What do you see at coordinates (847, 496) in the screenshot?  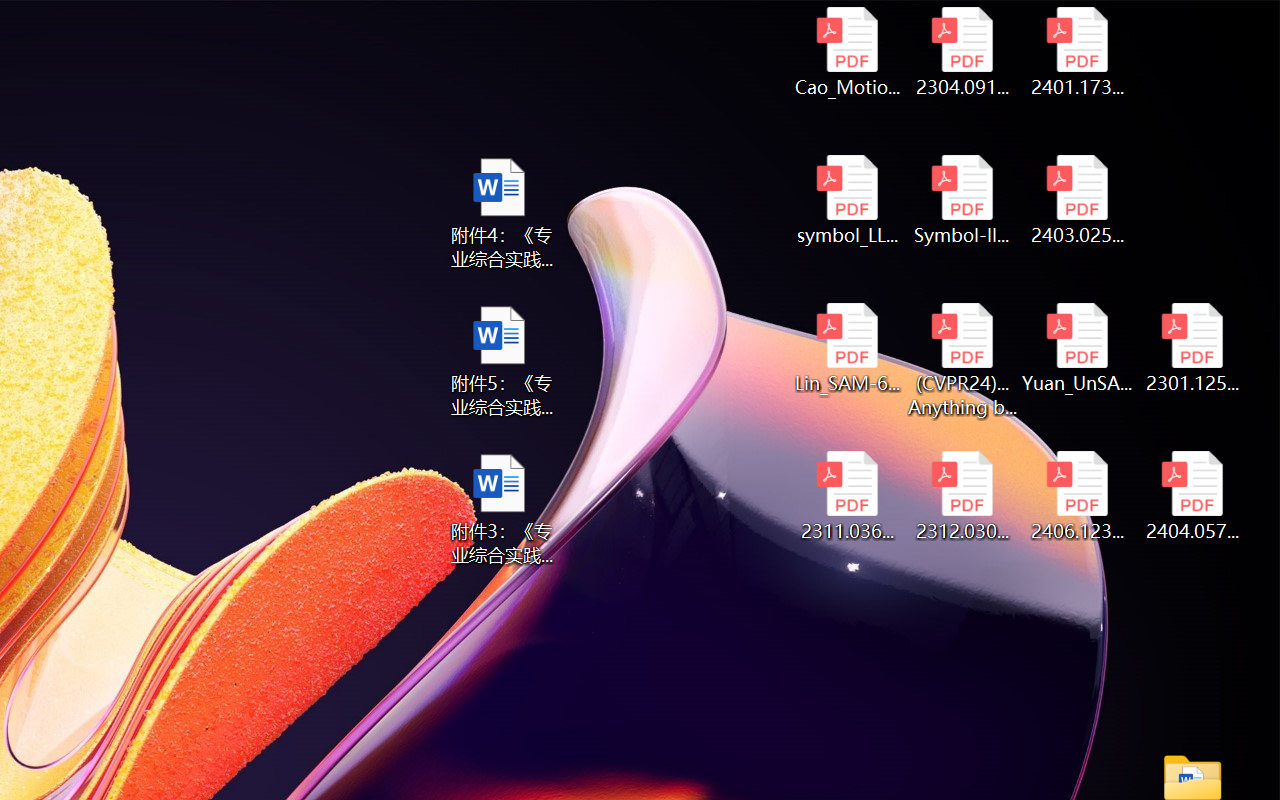 I see `'2311.03658v2.pdf'` at bounding box center [847, 496].